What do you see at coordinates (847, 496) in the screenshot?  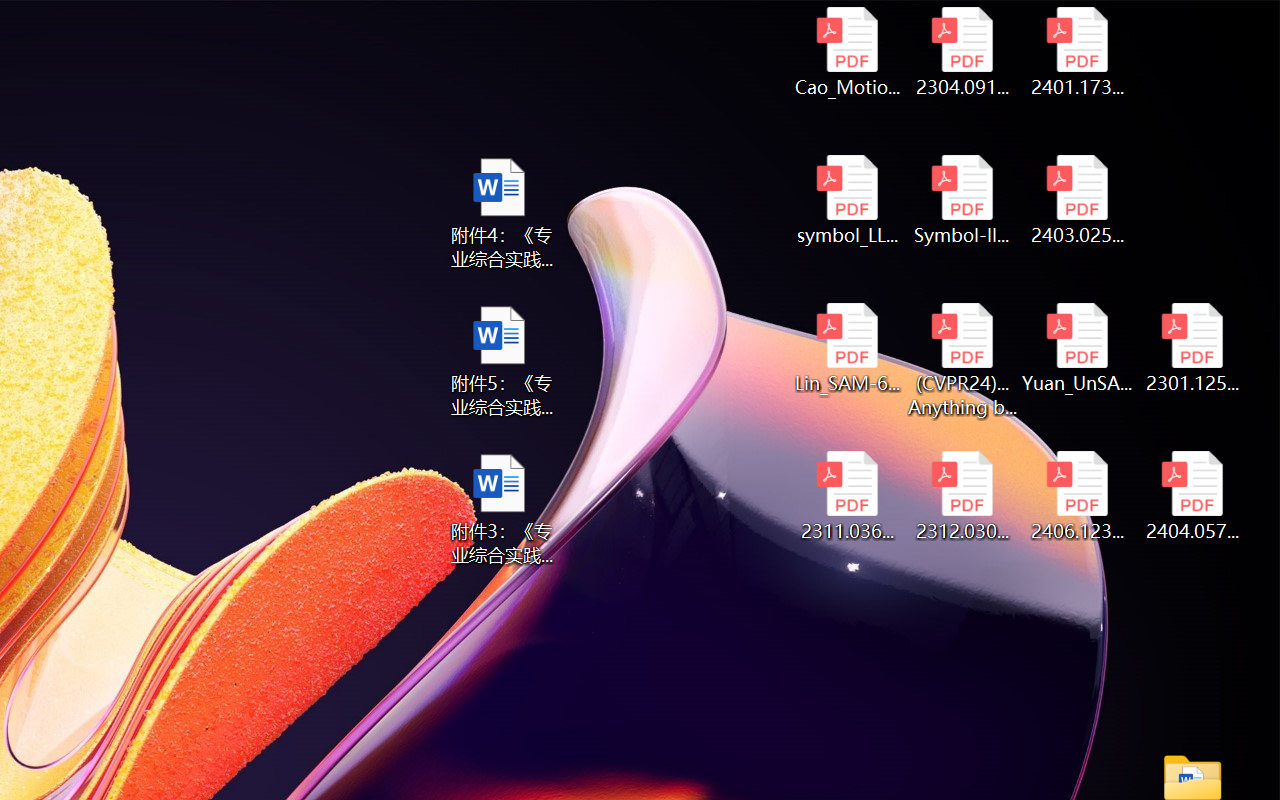 I see `'2311.03658v2.pdf'` at bounding box center [847, 496].